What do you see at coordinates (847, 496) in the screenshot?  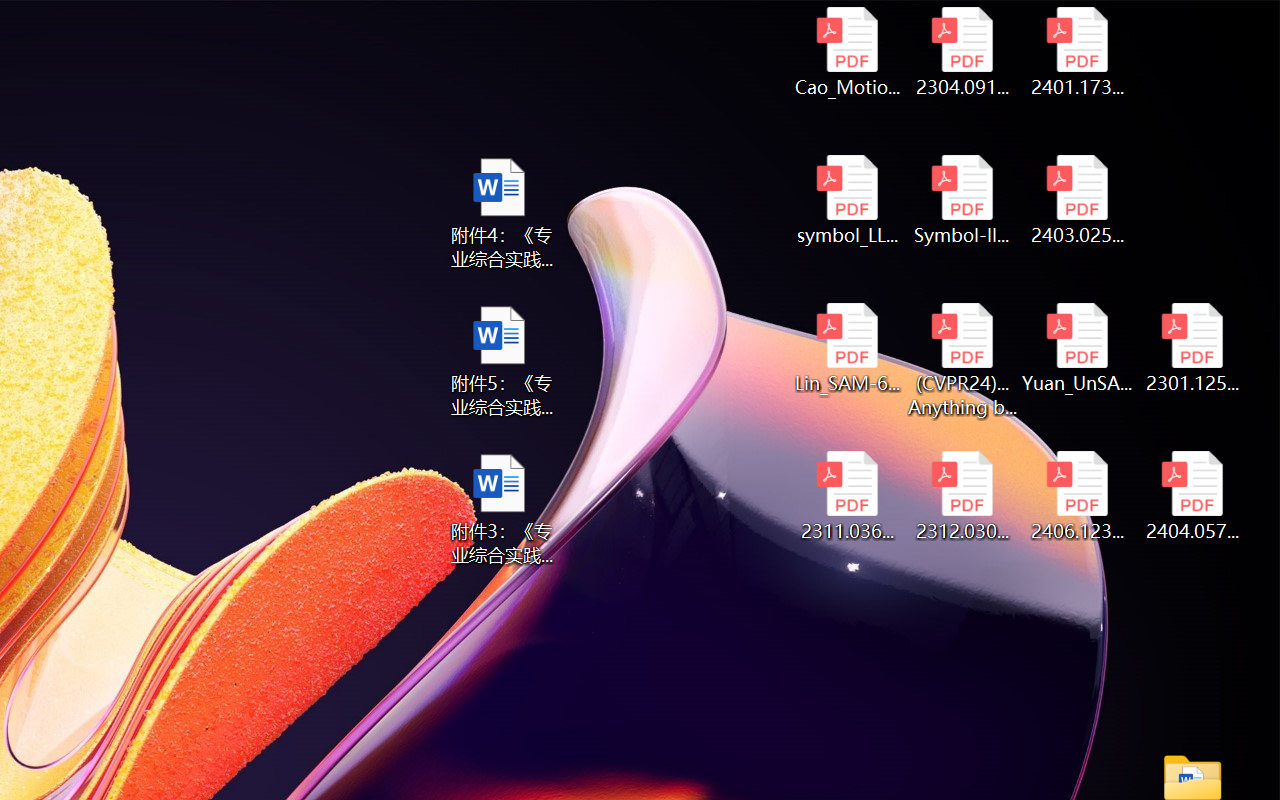 I see `'2311.03658v2.pdf'` at bounding box center [847, 496].